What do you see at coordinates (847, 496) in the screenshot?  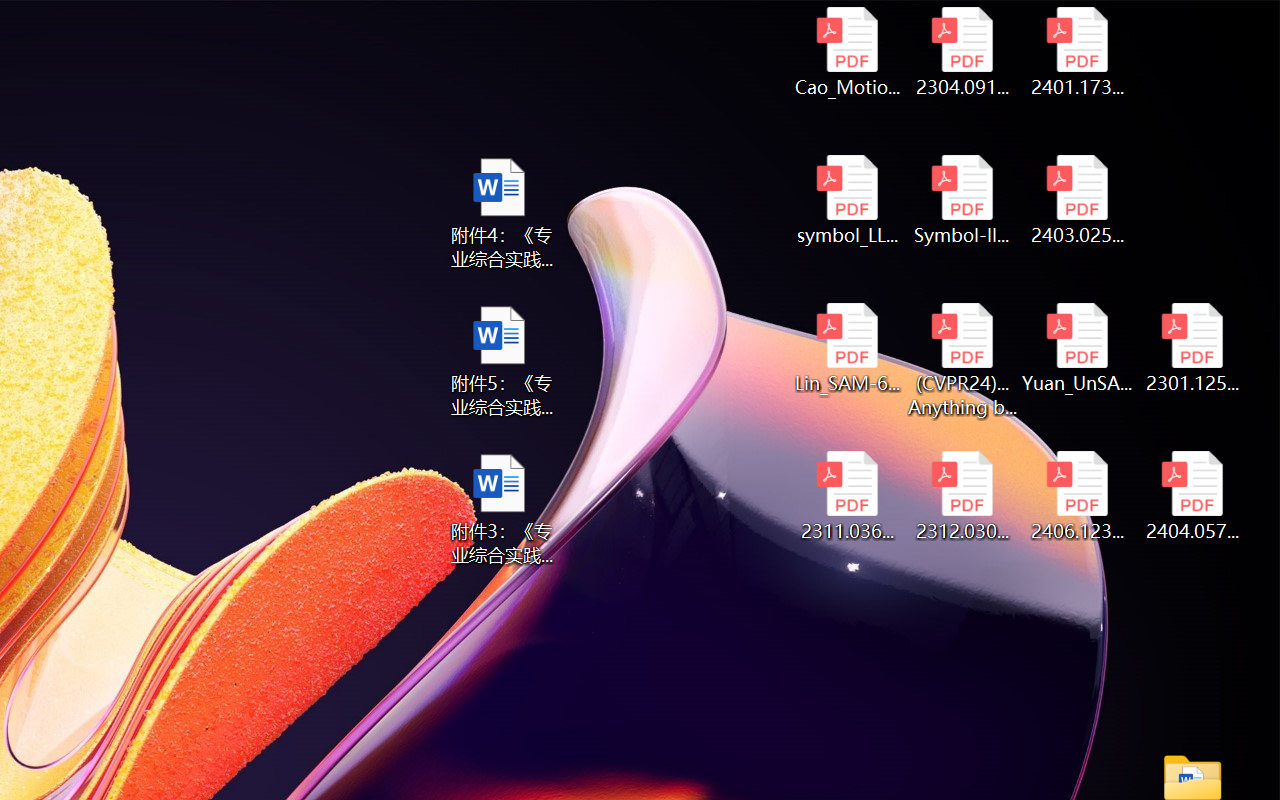 I see `'2311.03658v2.pdf'` at bounding box center [847, 496].